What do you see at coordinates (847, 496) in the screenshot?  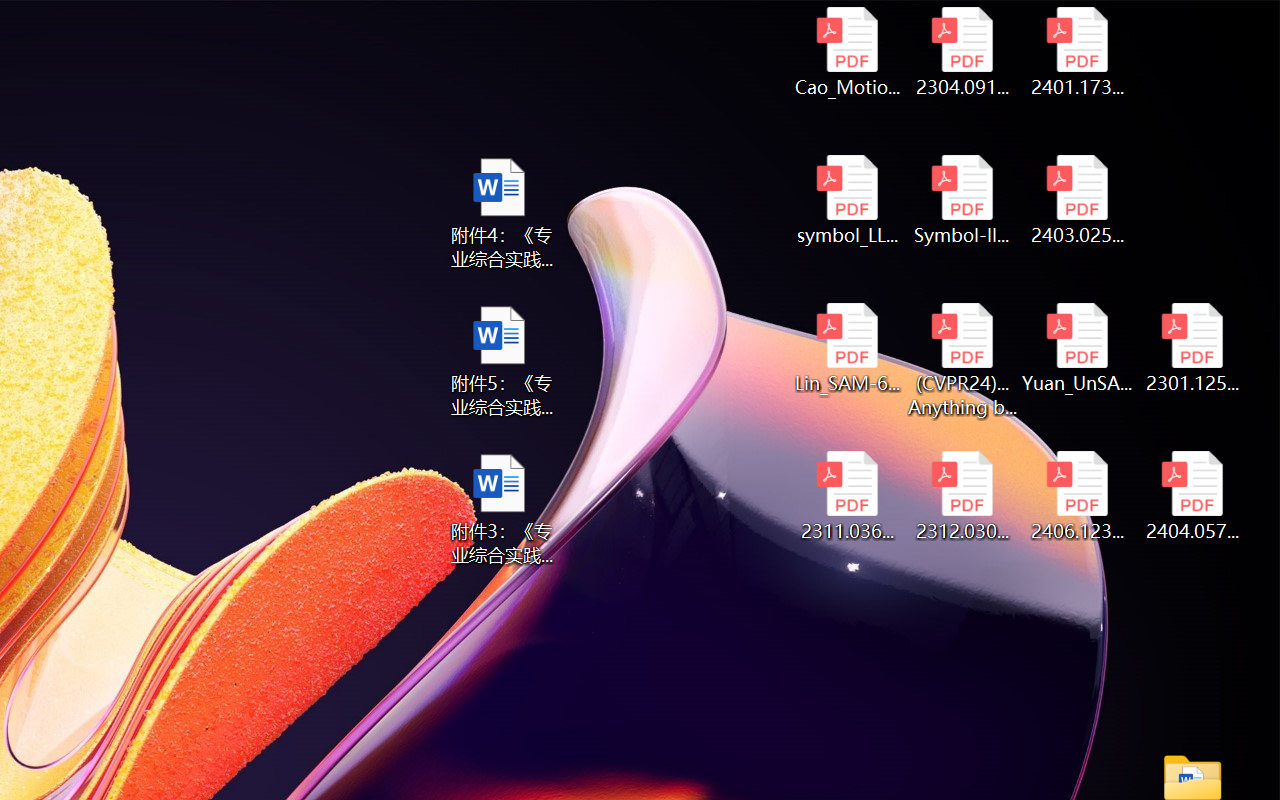 I see `'2311.03658v2.pdf'` at bounding box center [847, 496].